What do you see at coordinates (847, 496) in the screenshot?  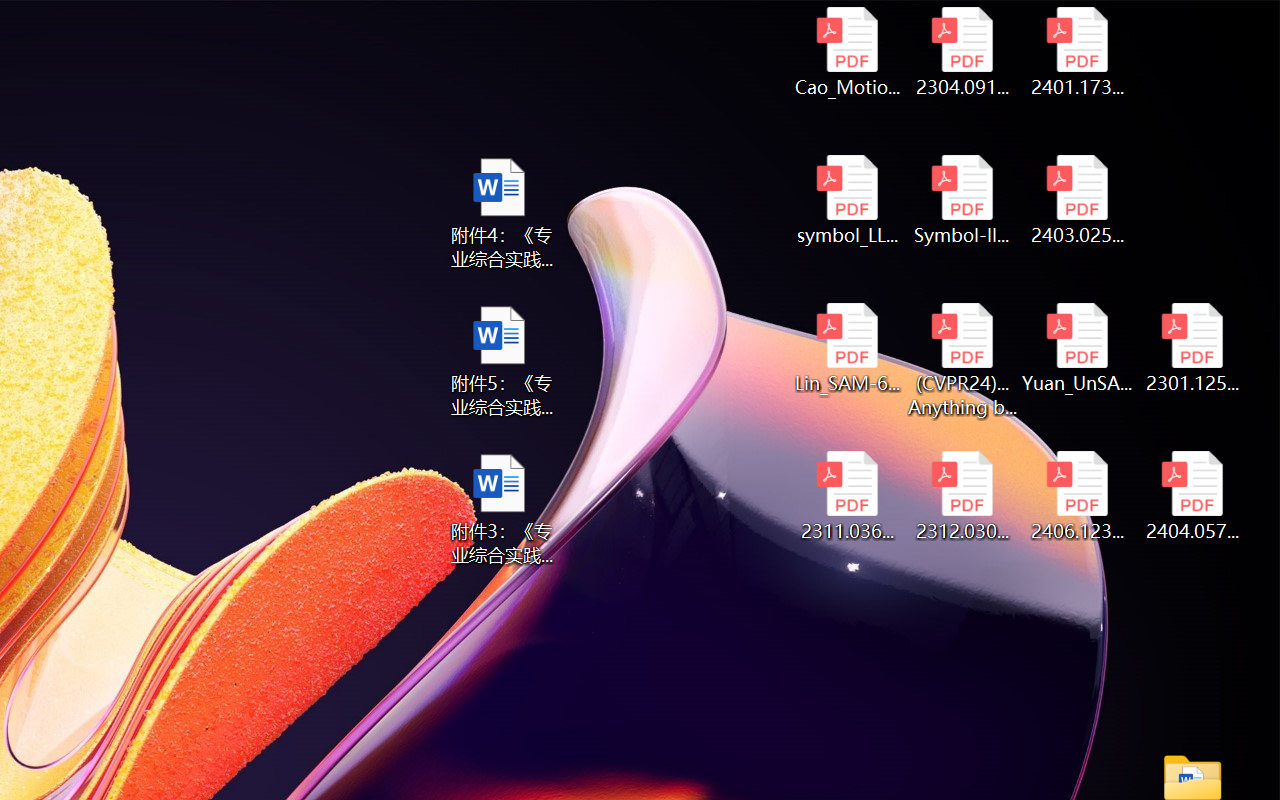 I see `'2311.03658v2.pdf'` at bounding box center [847, 496].